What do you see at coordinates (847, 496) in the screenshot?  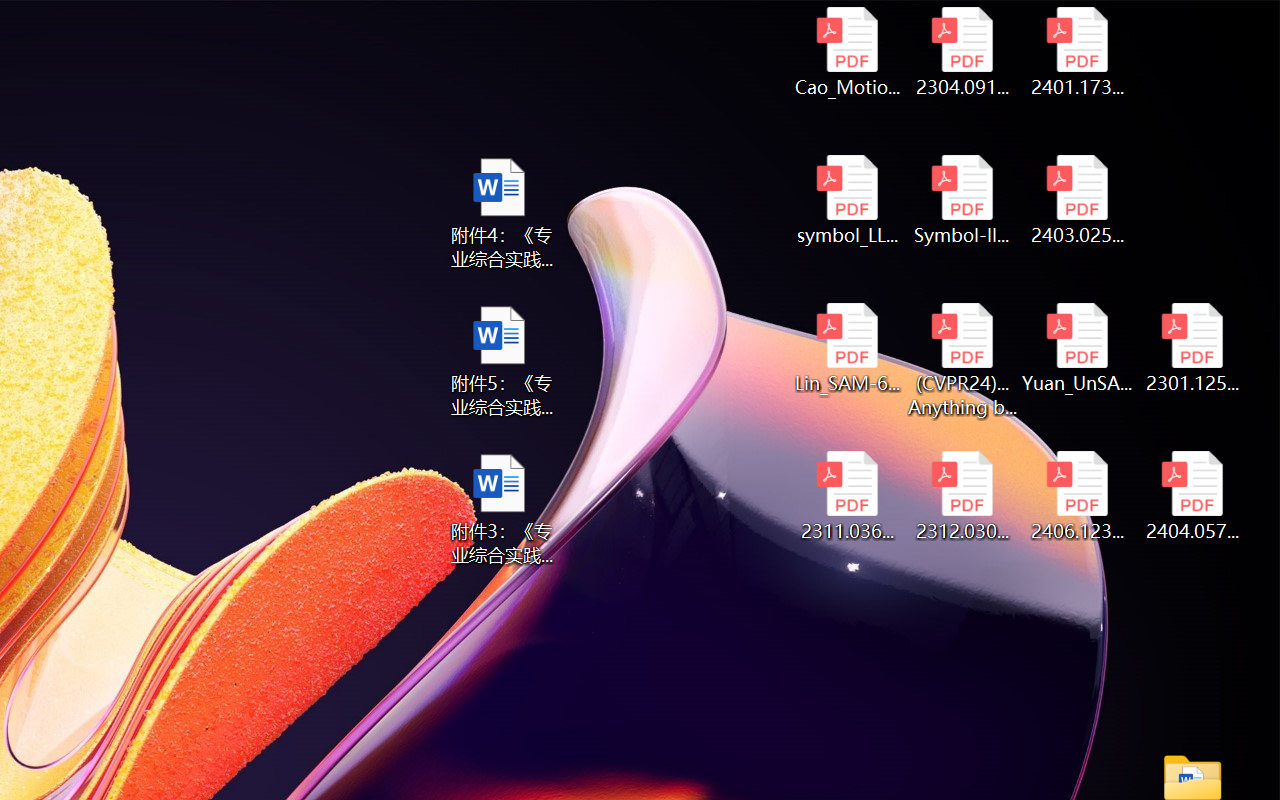 I see `'2311.03658v2.pdf'` at bounding box center [847, 496].